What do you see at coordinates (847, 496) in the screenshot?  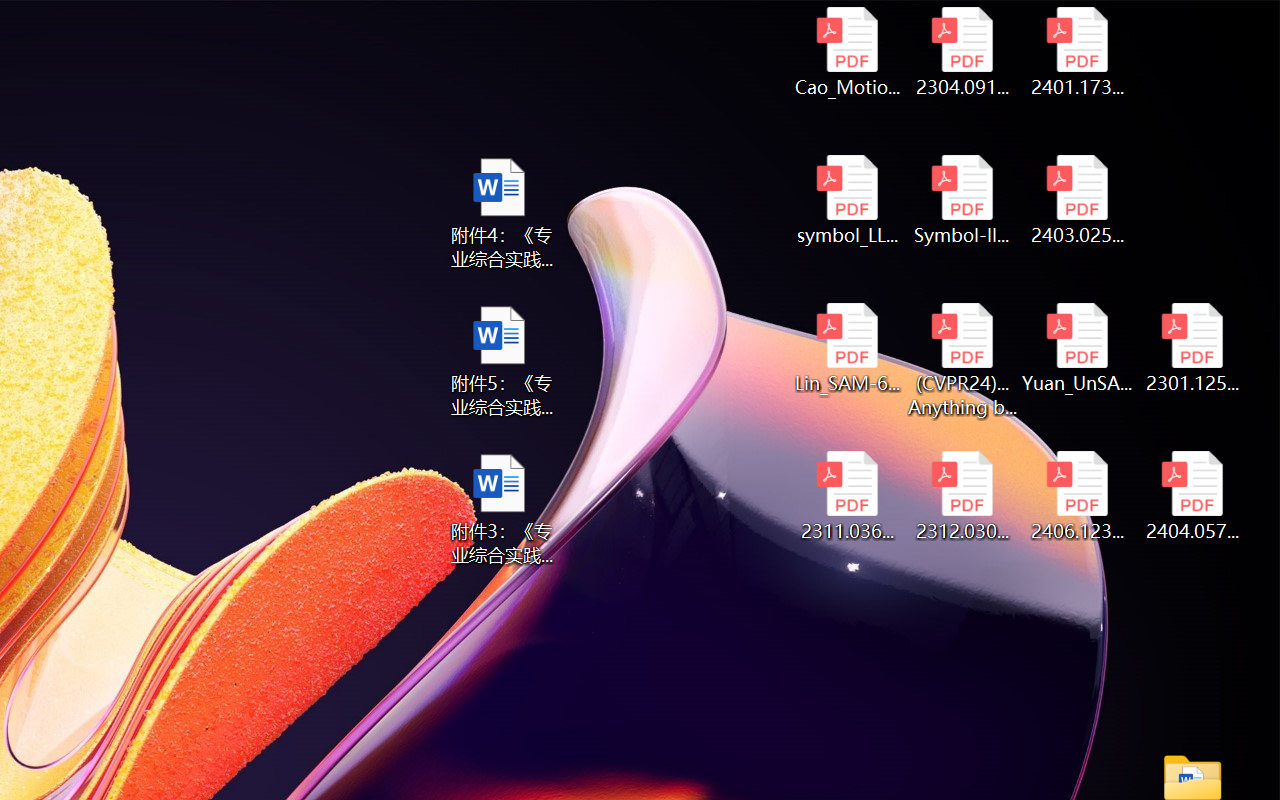 I see `'2311.03658v2.pdf'` at bounding box center [847, 496].